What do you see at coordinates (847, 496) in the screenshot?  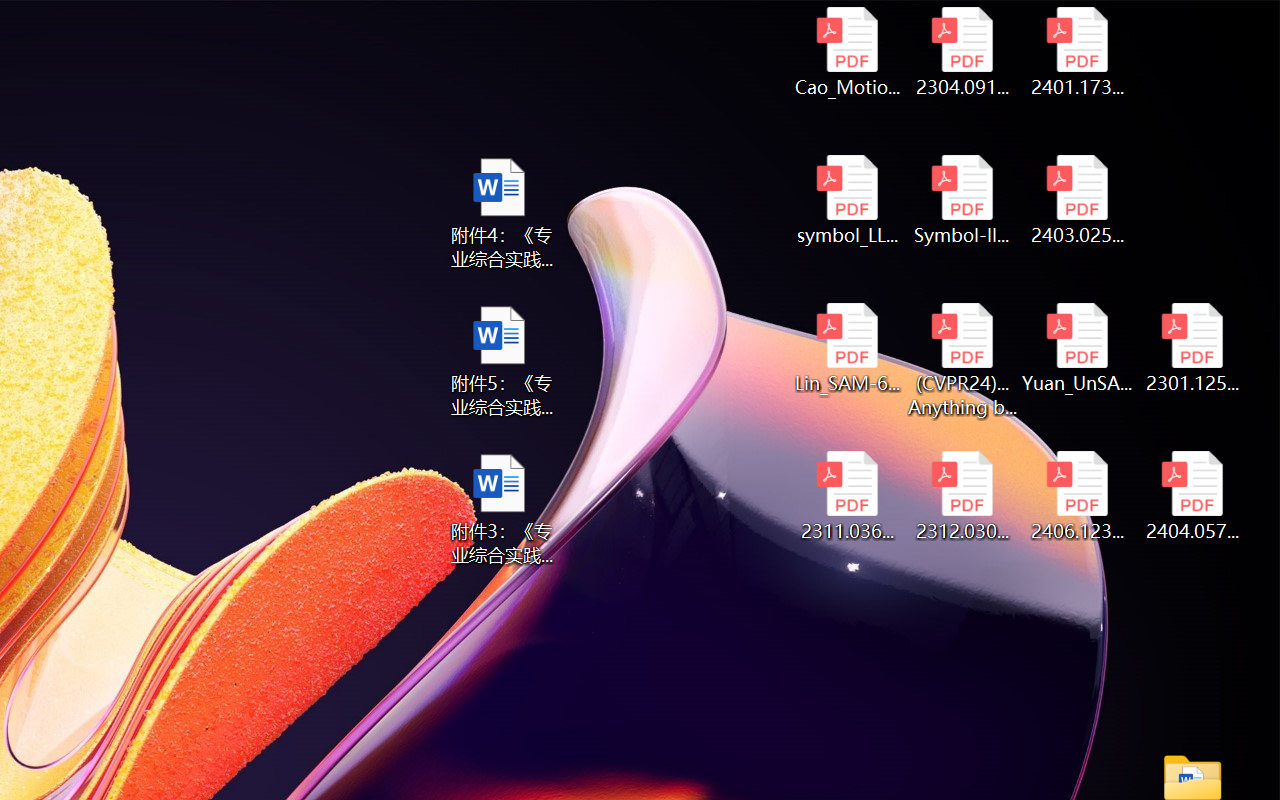 I see `'2311.03658v2.pdf'` at bounding box center [847, 496].